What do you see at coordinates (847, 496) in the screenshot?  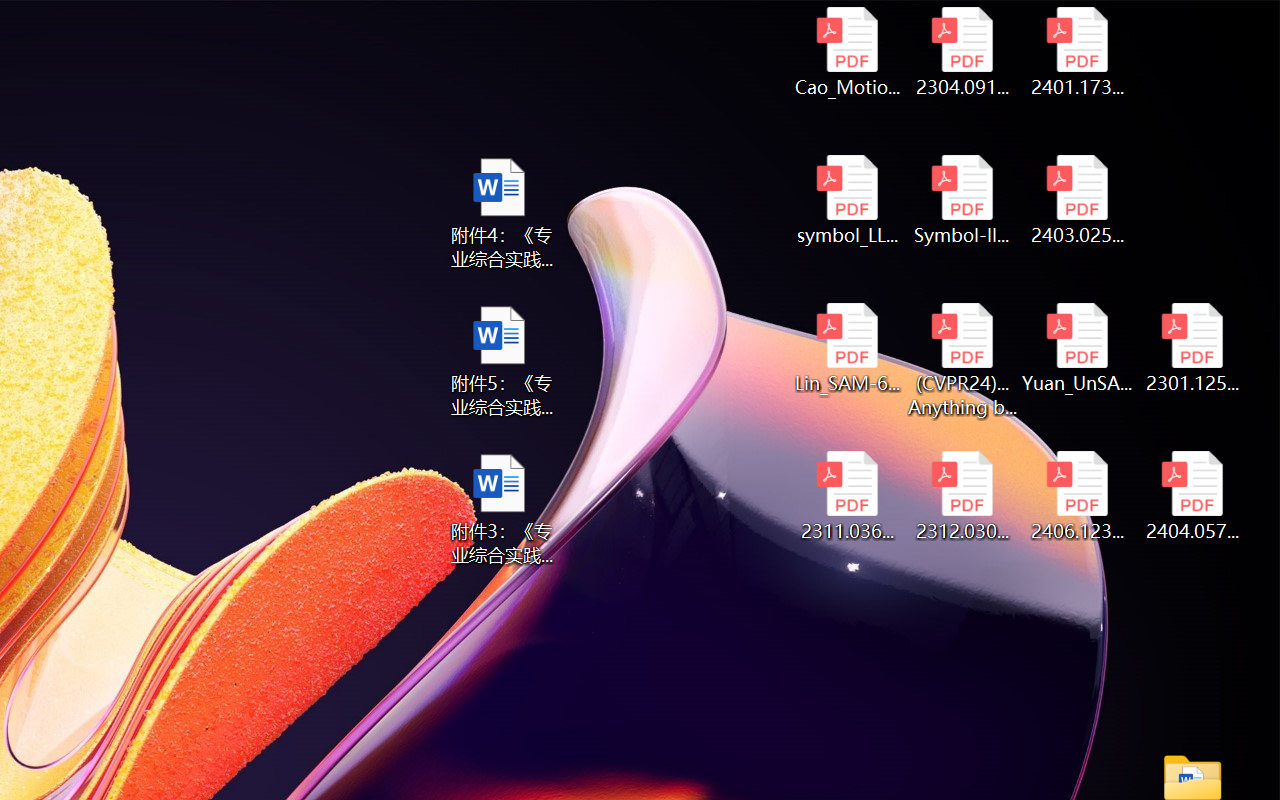 I see `'2311.03658v2.pdf'` at bounding box center [847, 496].